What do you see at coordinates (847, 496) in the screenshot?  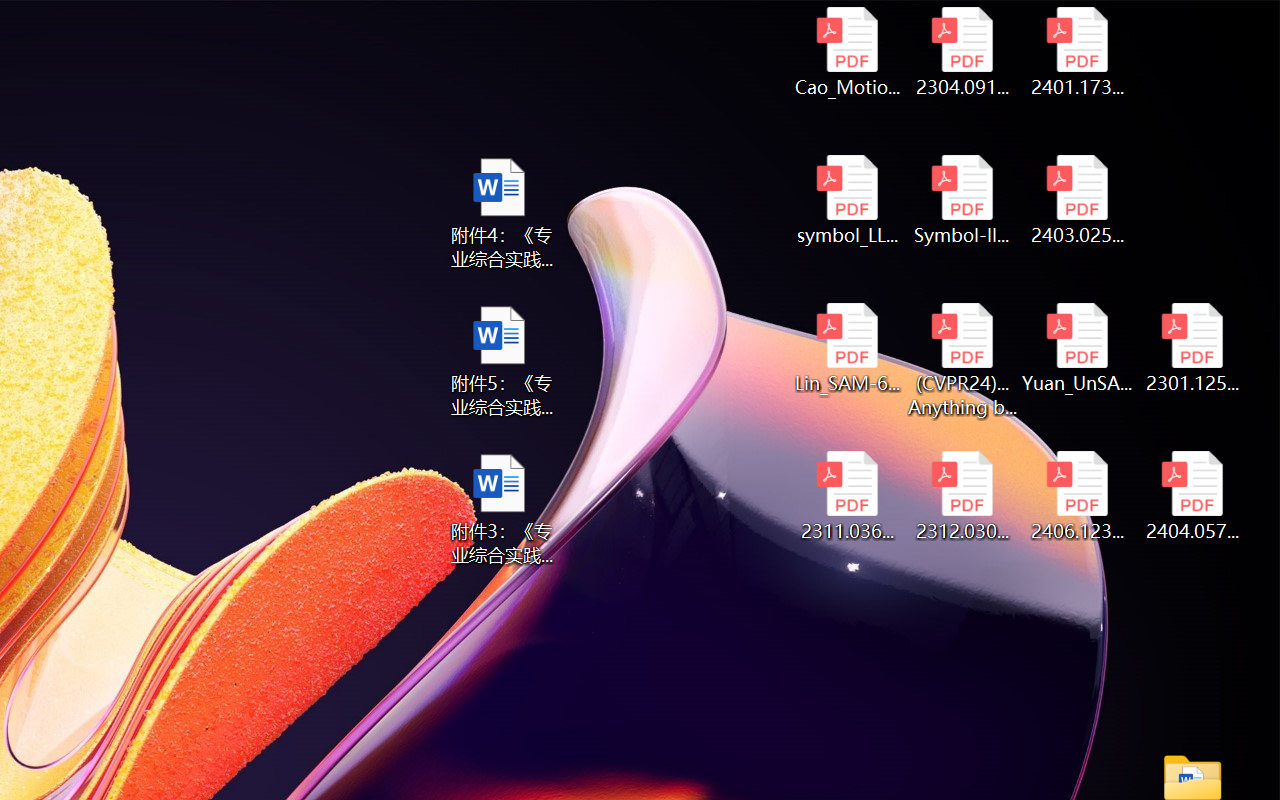 I see `'2311.03658v2.pdf'` at bounding box center [847, 496].